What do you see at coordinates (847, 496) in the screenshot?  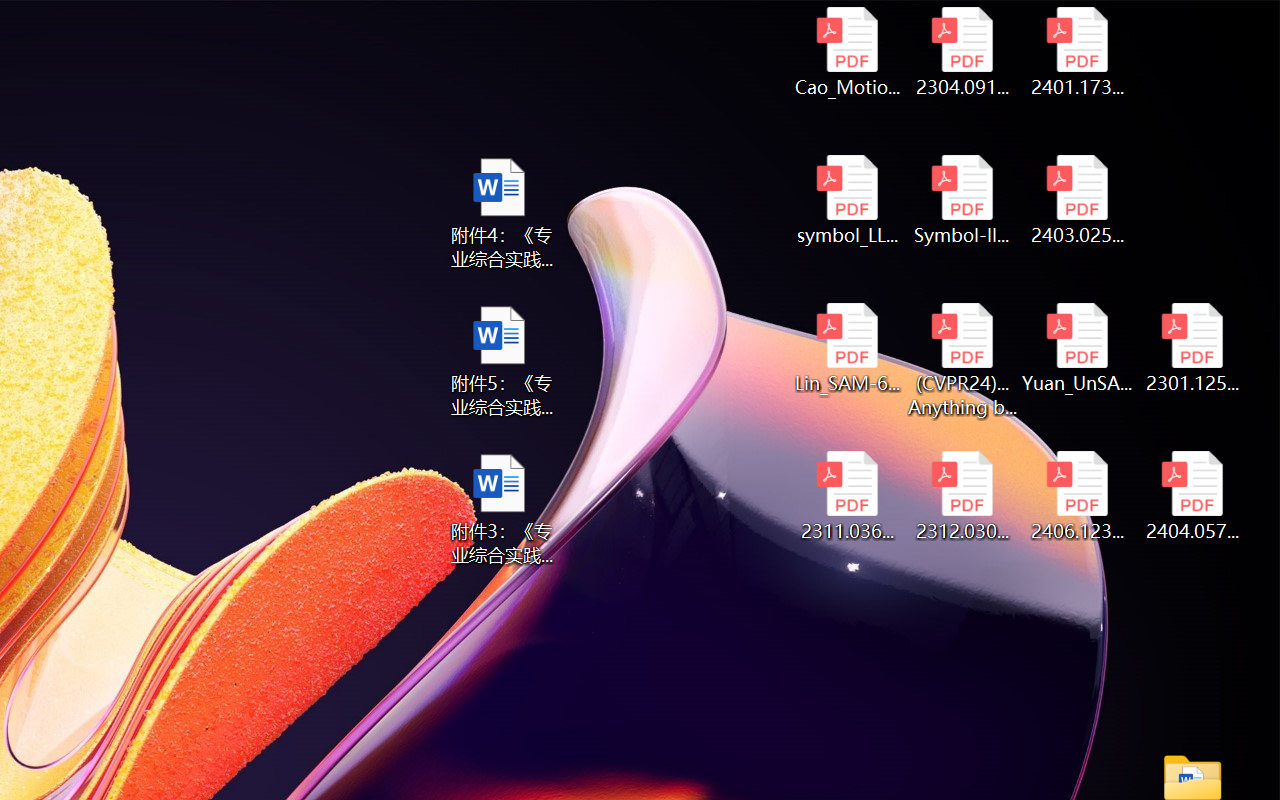 I see `'2311.03658v2.pdf'` at bounding box center [847, 496].